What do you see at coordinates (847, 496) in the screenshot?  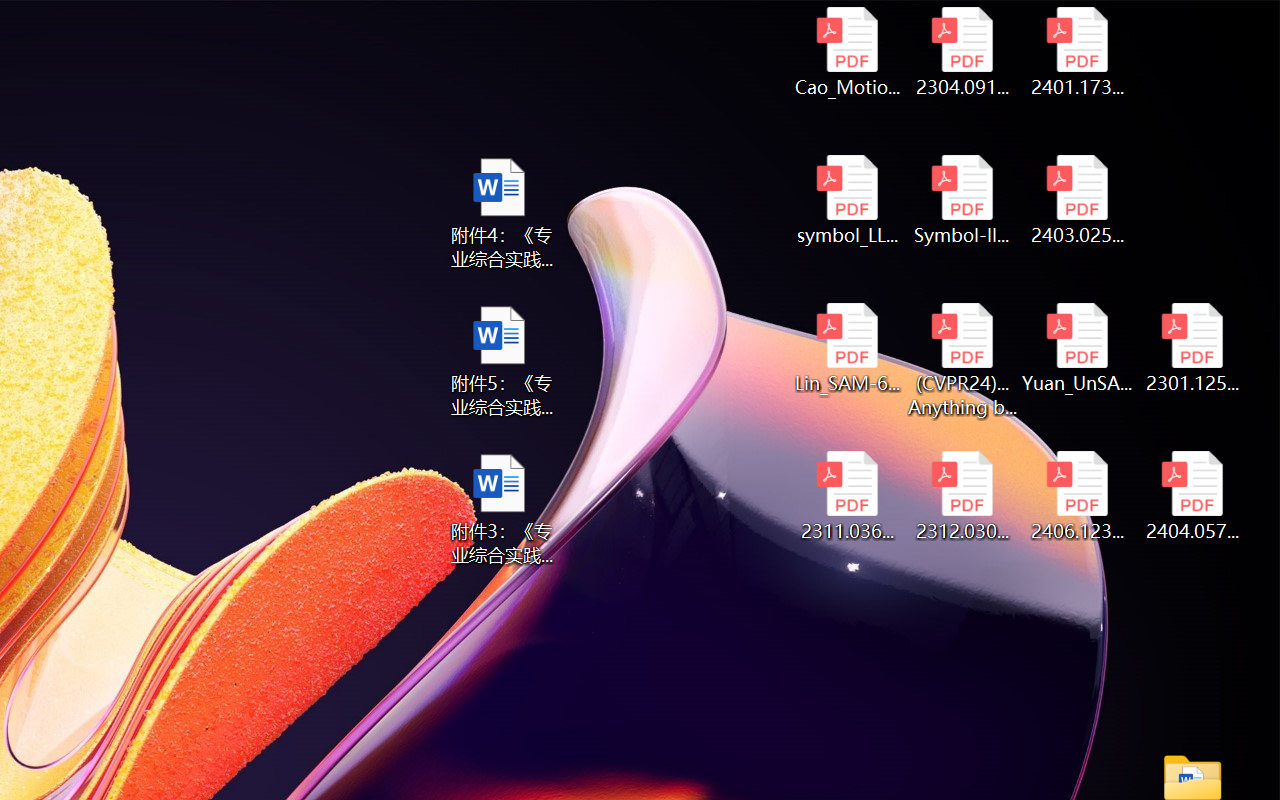 I see `'2311.03658v2.pdf'` at bounding box center [847, 496].